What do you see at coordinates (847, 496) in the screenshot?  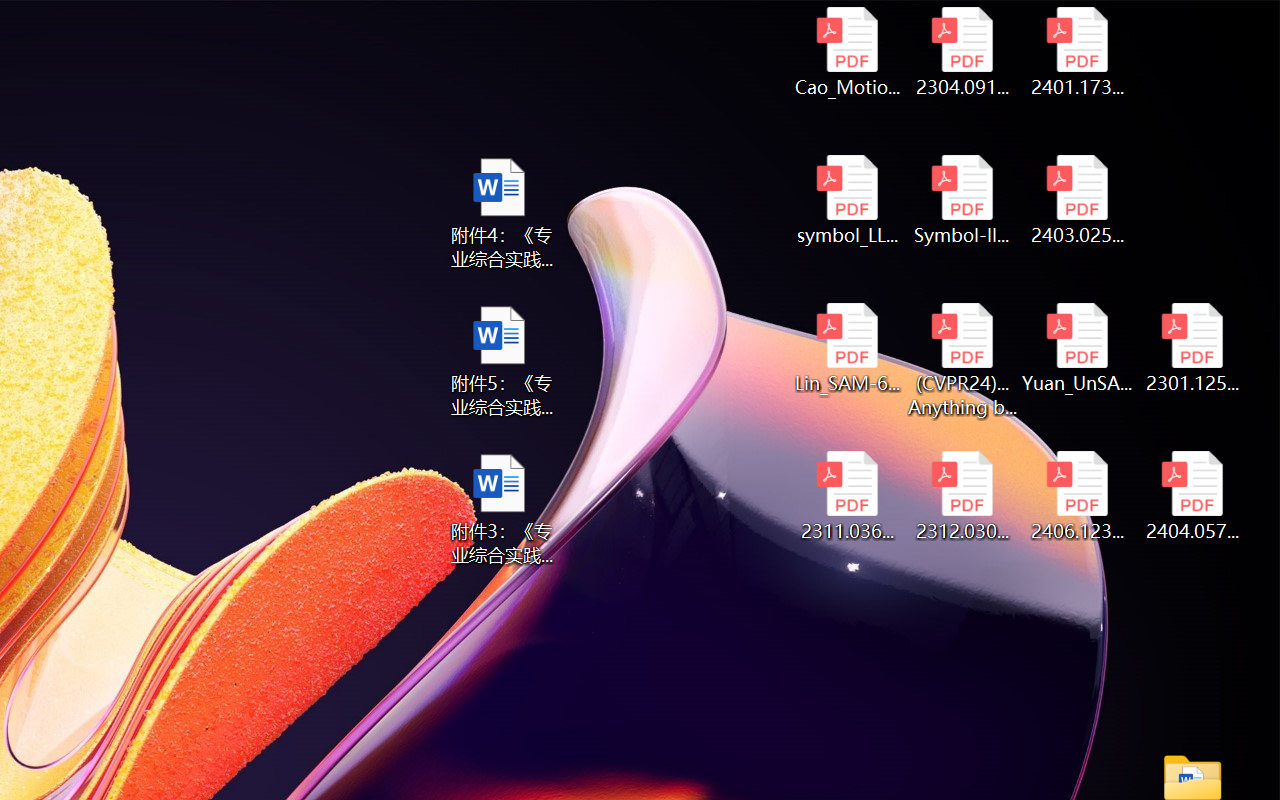 I see `'2311.03658v2.pdf'` at bounding box center [847, 496].